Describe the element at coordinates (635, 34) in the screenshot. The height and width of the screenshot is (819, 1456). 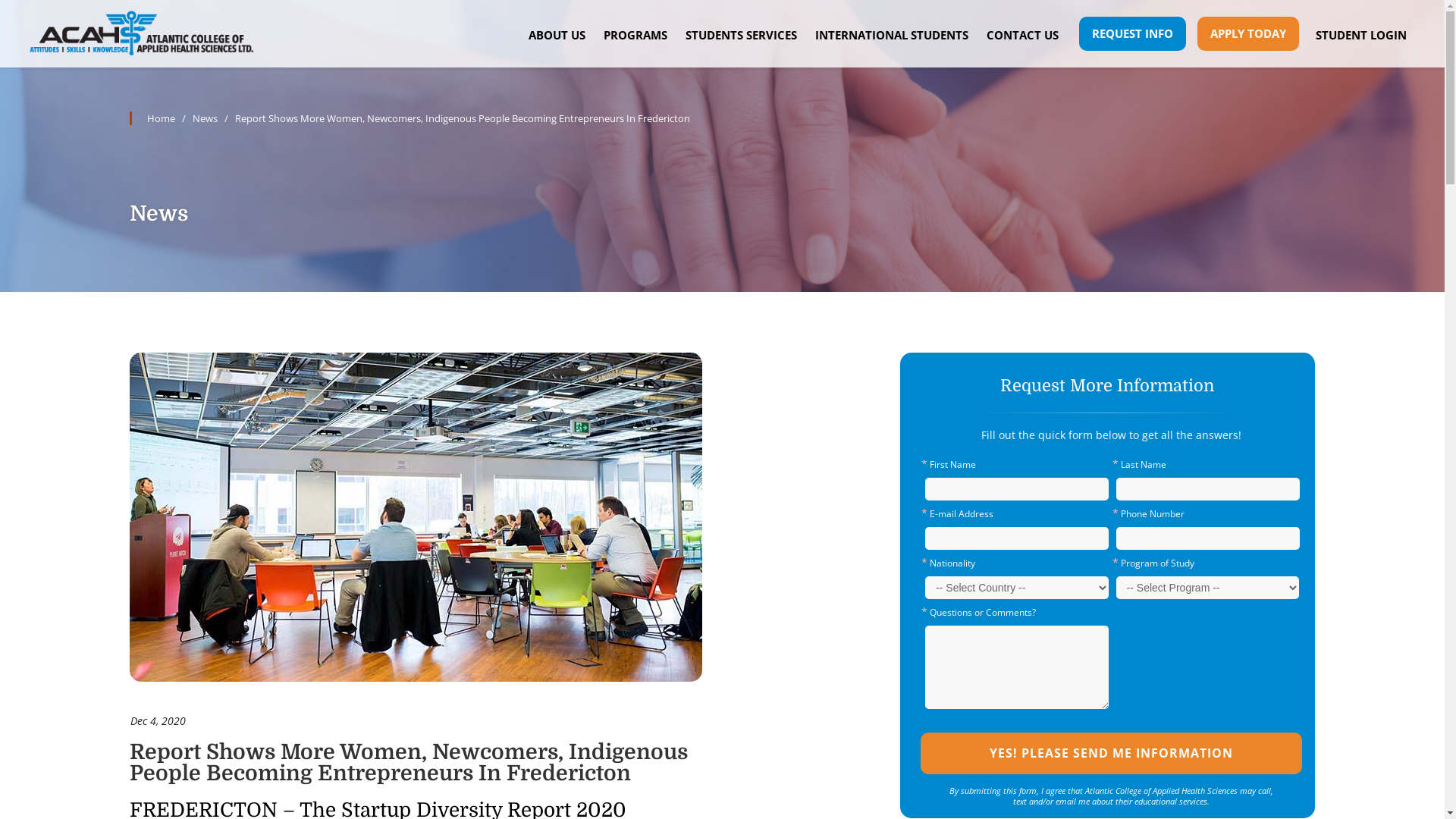
I see `'PROGRAMS'` at that location.